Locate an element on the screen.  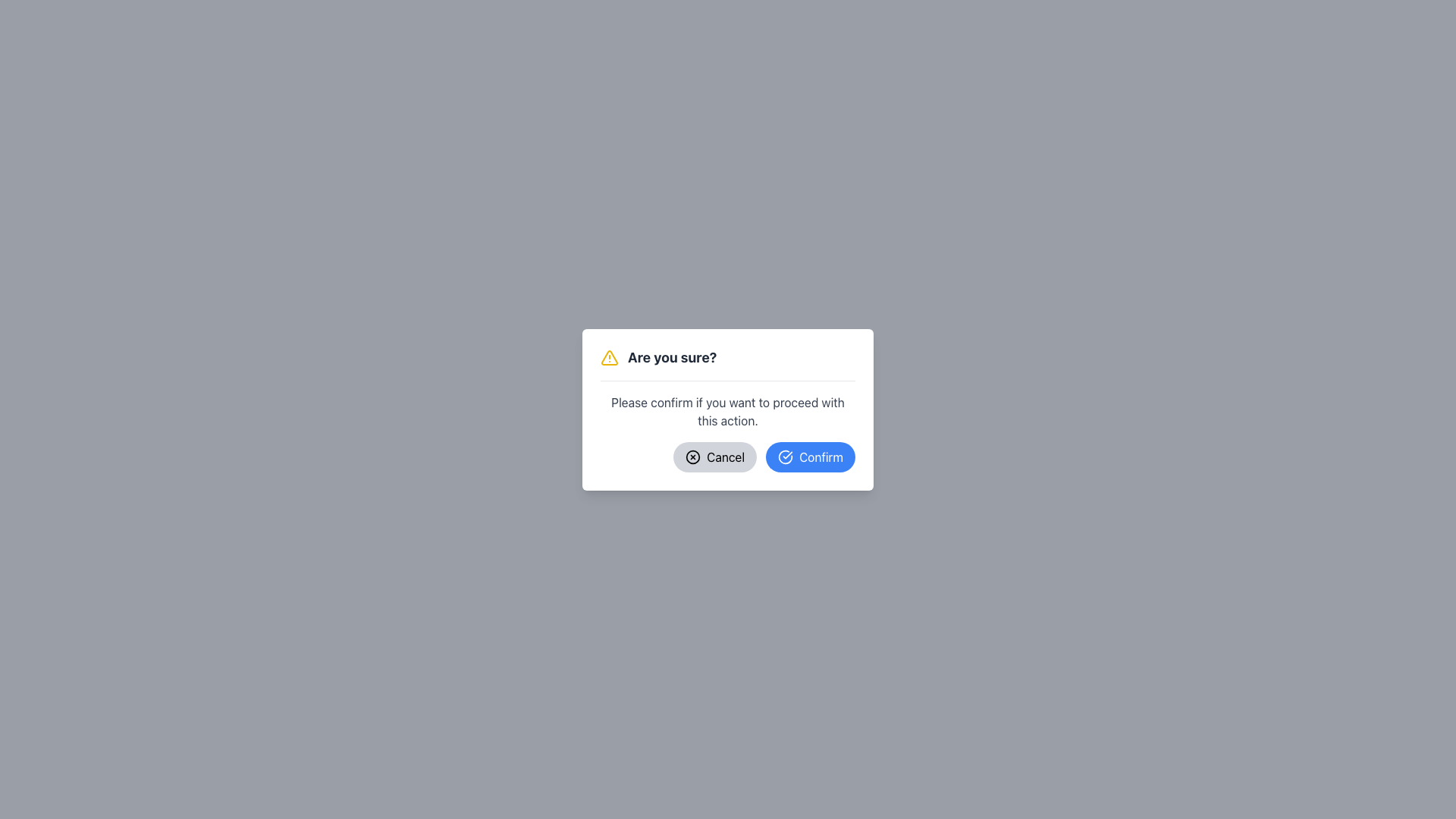
the cancellation button located at the bottom-center of the modal dialog box, which is the first button in a horizontal group of two buttons is located at coordinates (714, 456).